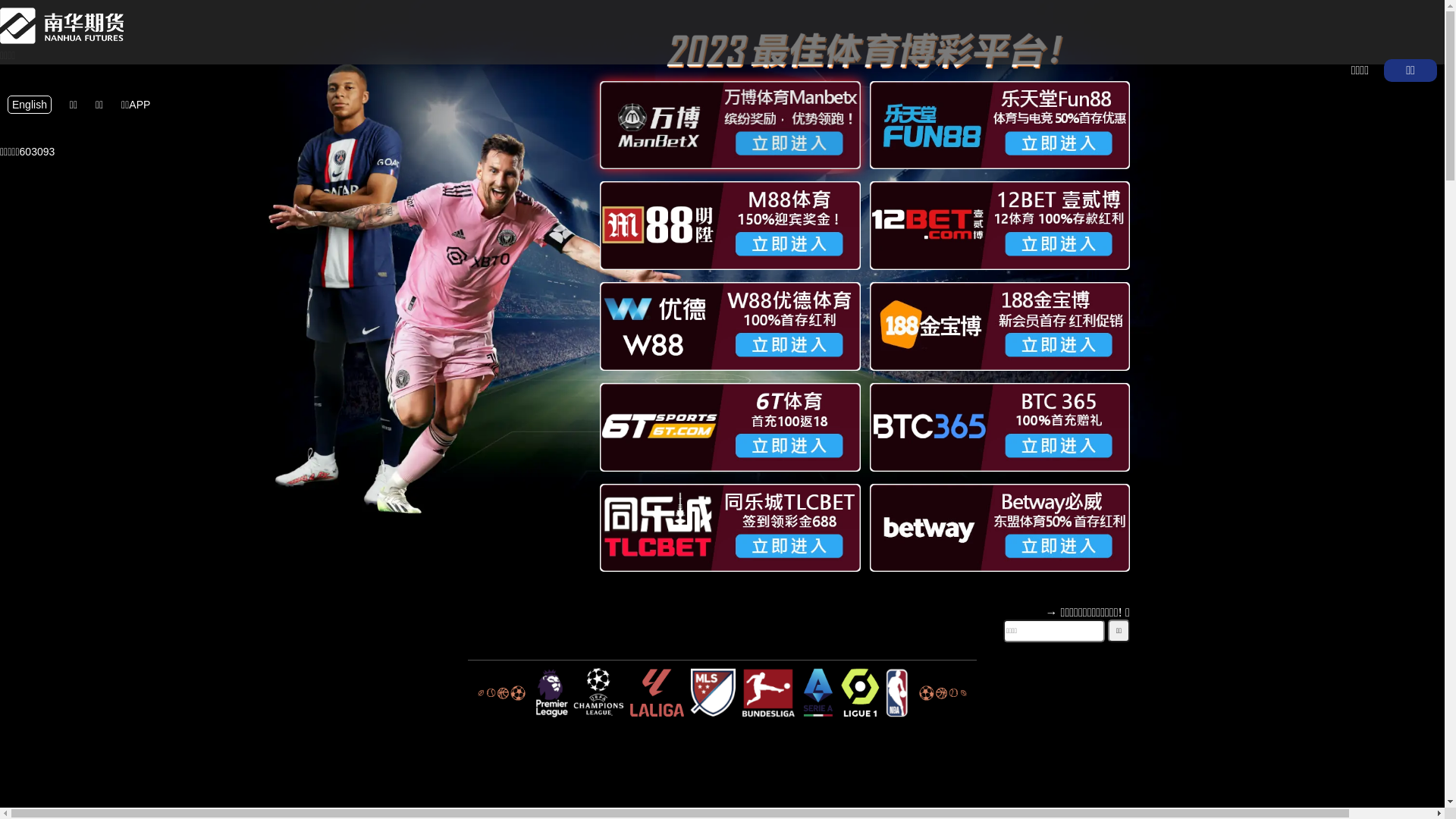 The image size is (1456, 819). Describe the element at coordinates (7, 104) in the screenshot. I see `'English'` at that location.